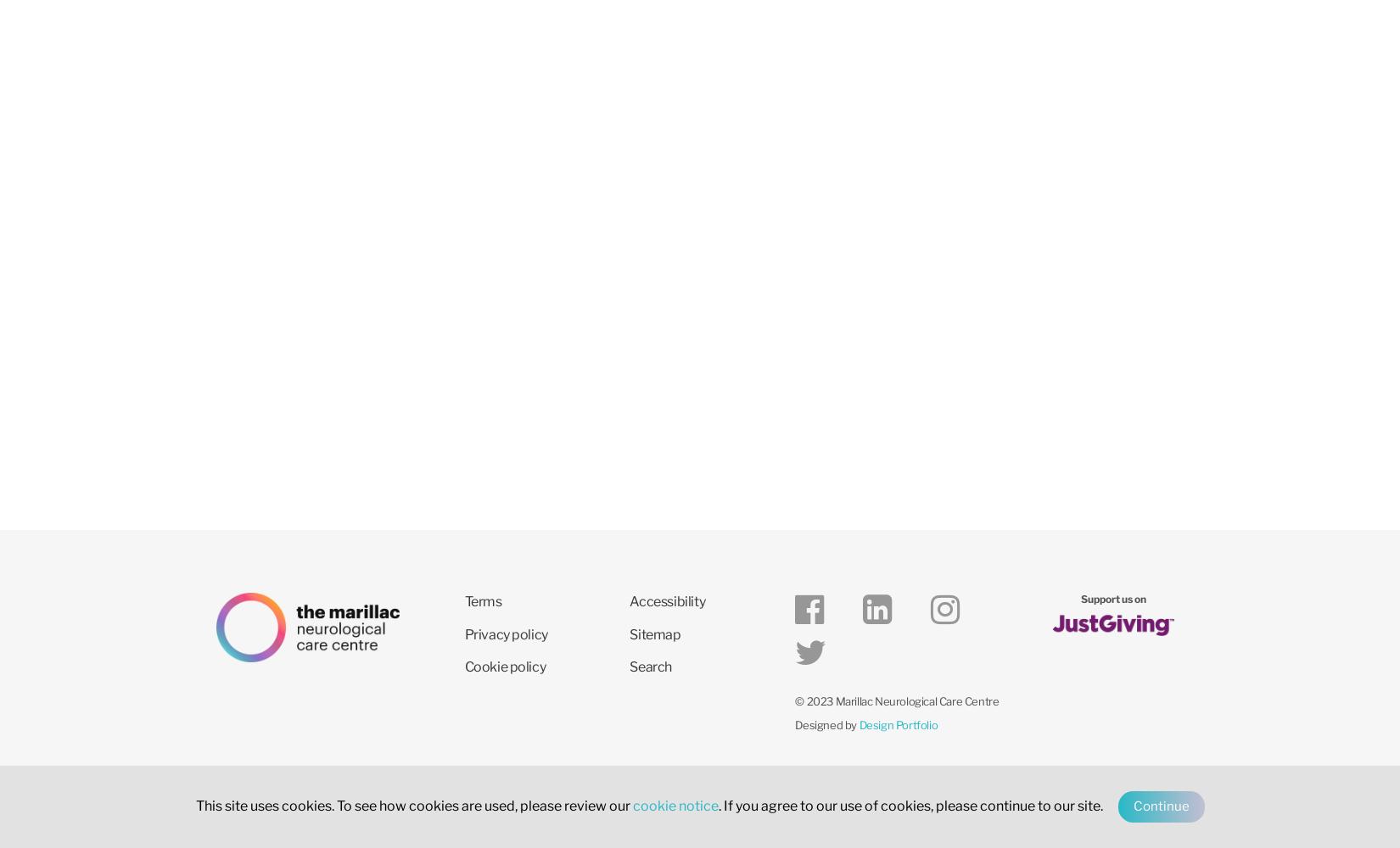  I want to click on 'Support us on', so click(1112, 598).